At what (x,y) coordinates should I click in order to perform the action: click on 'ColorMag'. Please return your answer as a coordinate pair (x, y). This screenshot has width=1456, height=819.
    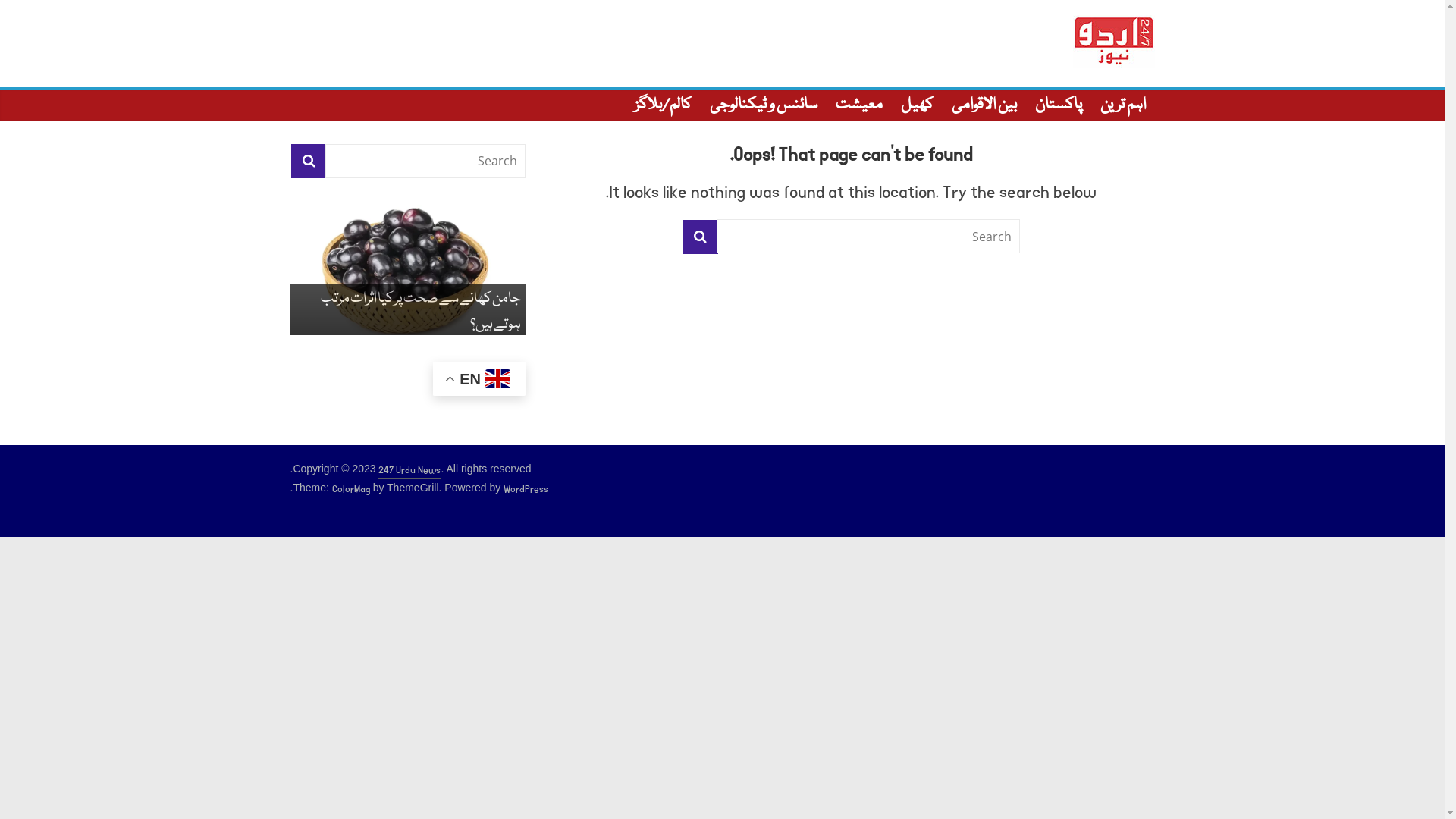
    Looking at the image, I should click on (331, 489).